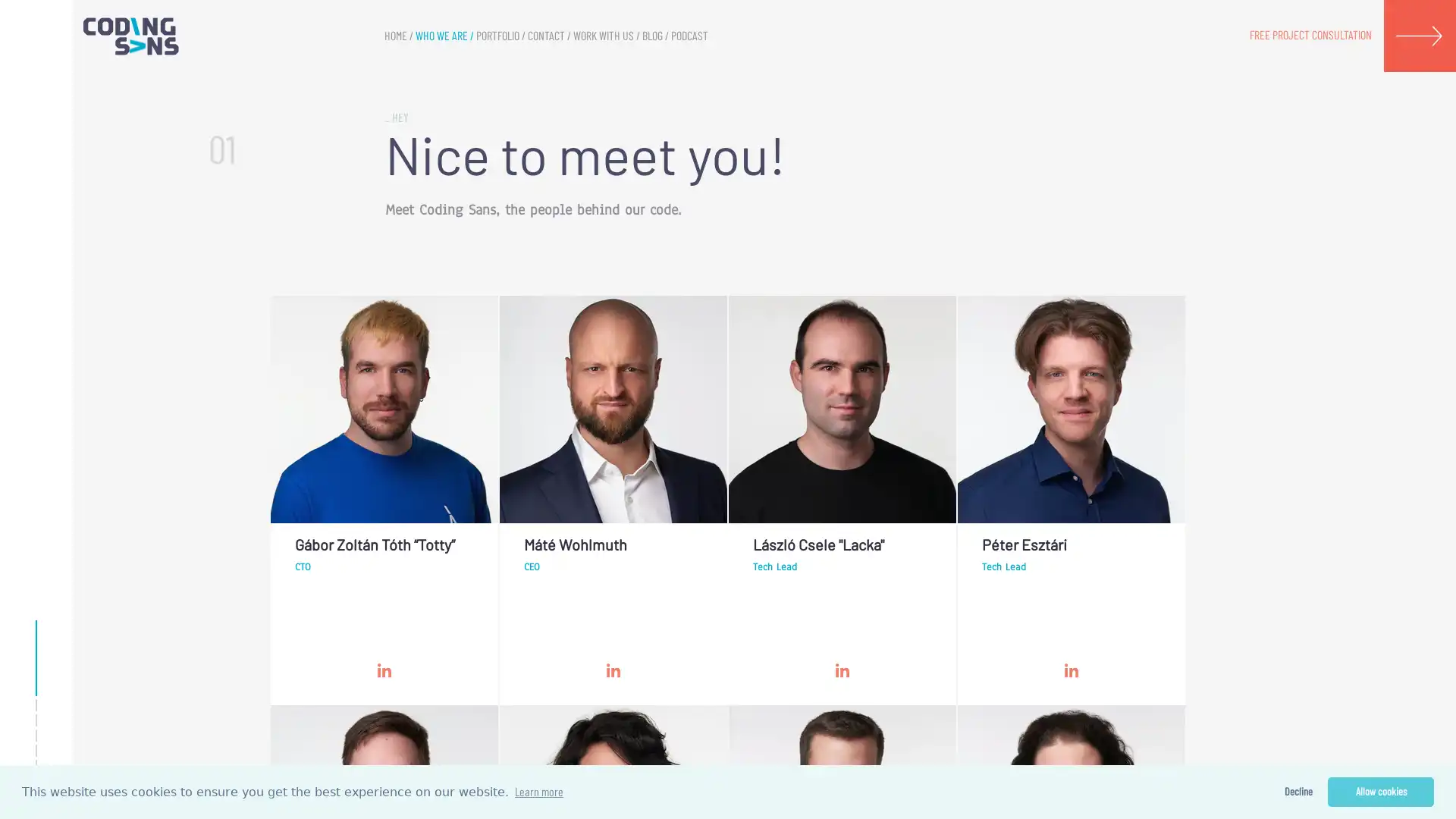  What do you see at coordinates (1380, 791) in the screenshot?
I see `allow cookies` at bounding box center [1380, 791].